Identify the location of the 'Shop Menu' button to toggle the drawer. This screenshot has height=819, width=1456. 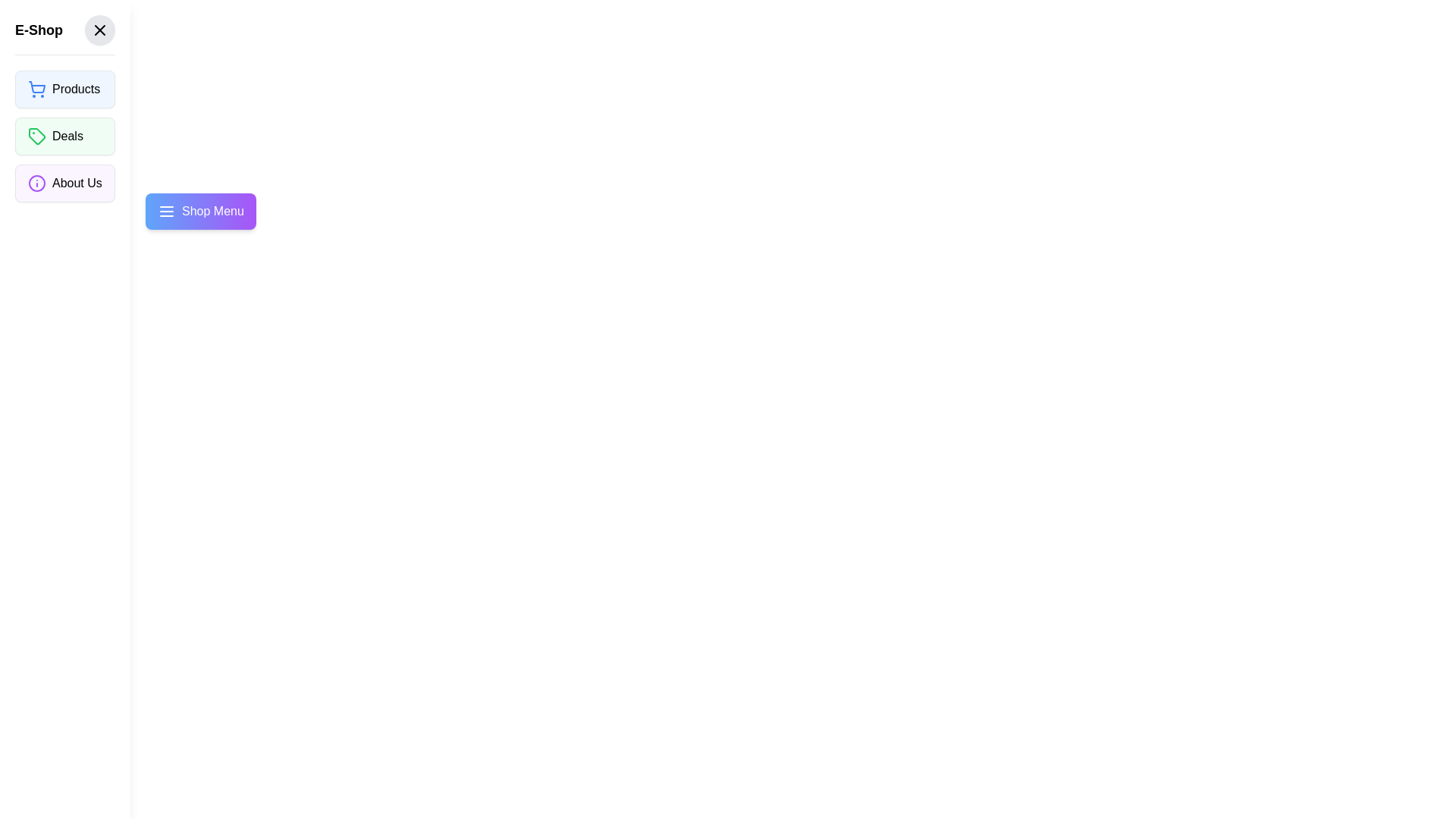
(199, 211).